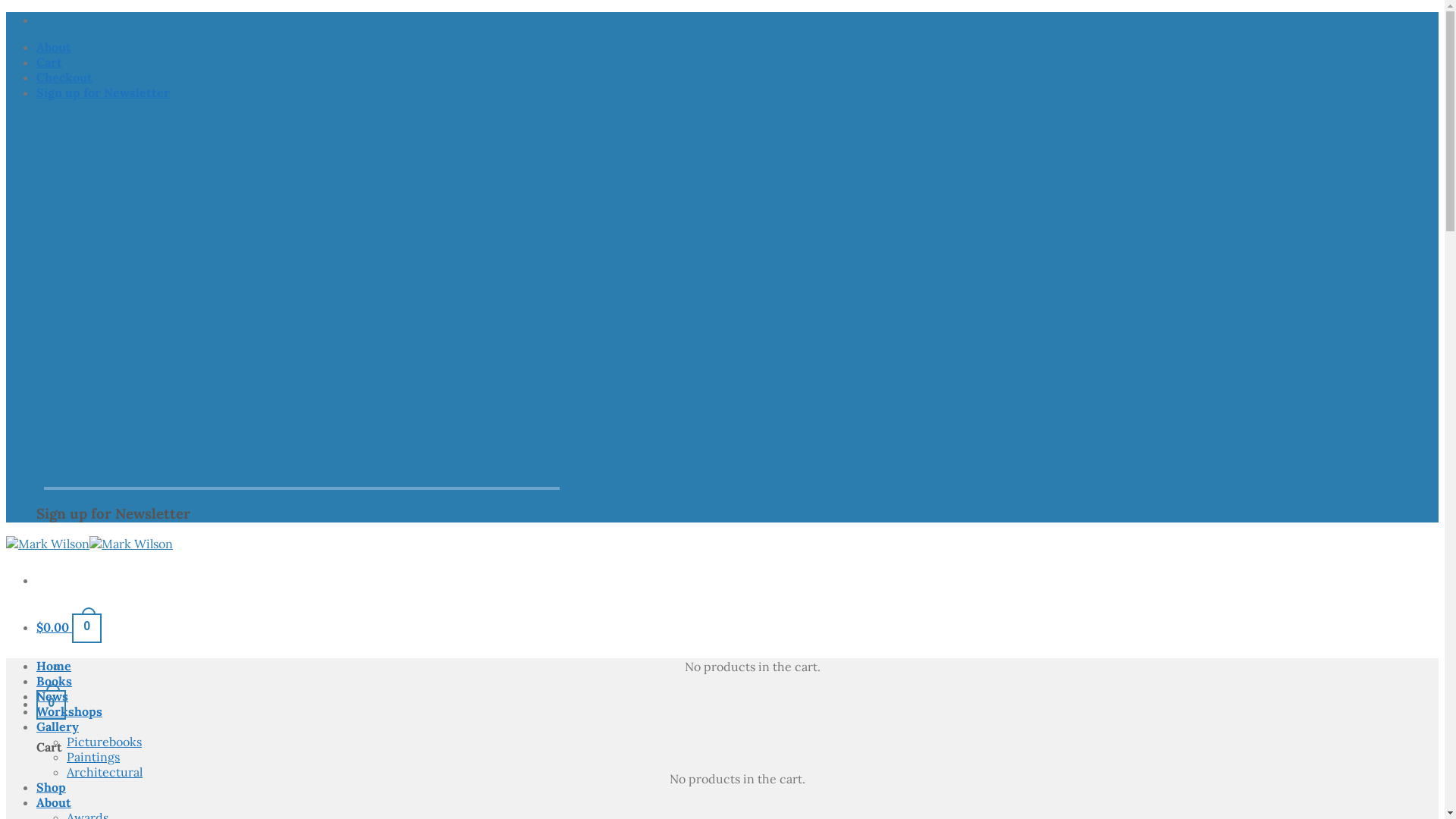 The height and width of the screenshot is (819, 1456). Describe the element at coordinates (54, 665) in the screenshot. I see `'Home'` at that location.